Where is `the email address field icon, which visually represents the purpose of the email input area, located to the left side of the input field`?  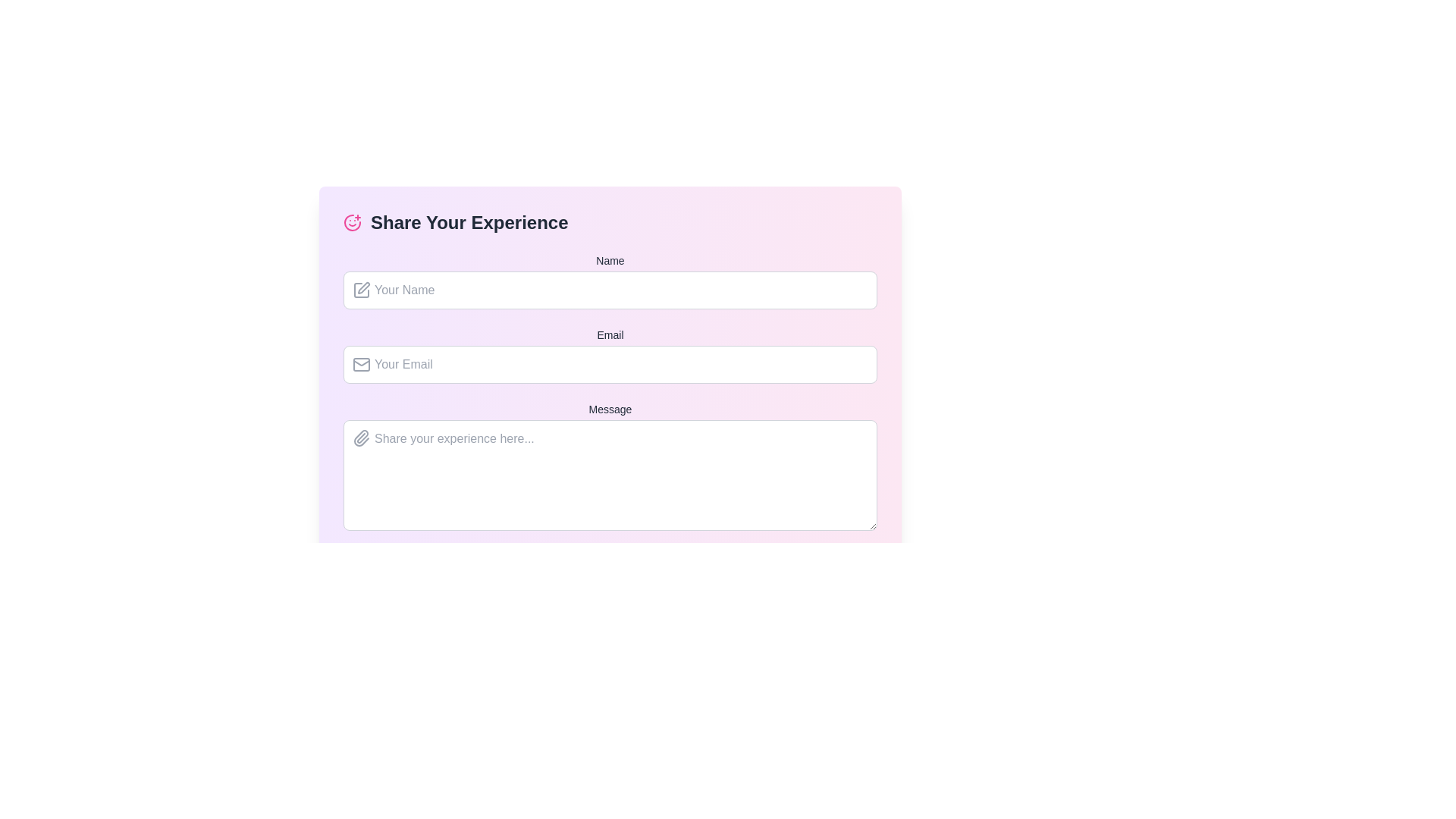 the email address field icon, which visually represents the purpose of the email input area, located to the left side of the input field is located at coordinates (360, 365).